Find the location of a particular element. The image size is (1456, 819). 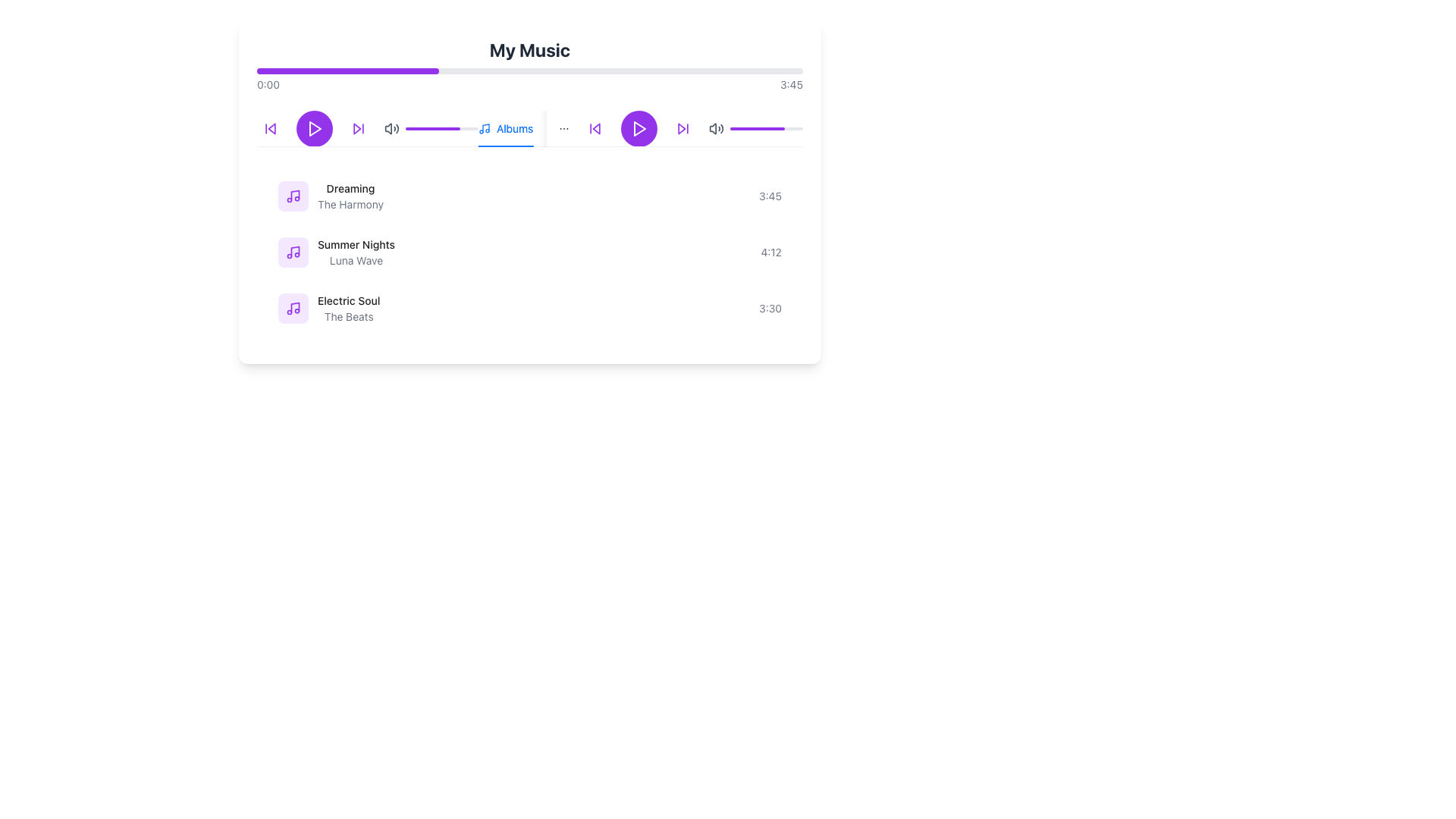

the progress value is located at coordinates (468, 127).